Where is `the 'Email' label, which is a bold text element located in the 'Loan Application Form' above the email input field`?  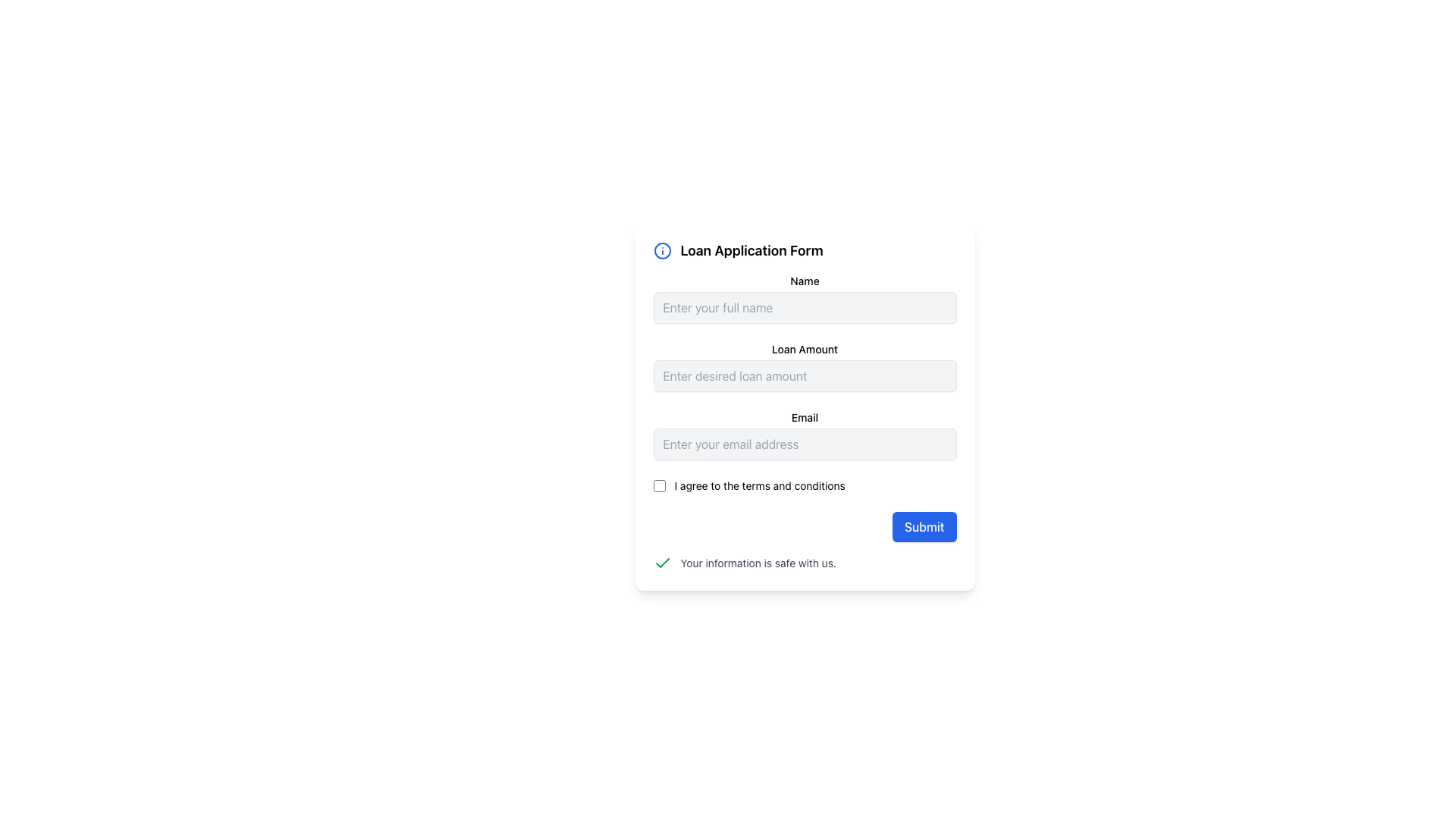
the 'Email' label, which is a bold text element located in the 'Loan Application Form' above the email input field is located at coordinates (804, 418).